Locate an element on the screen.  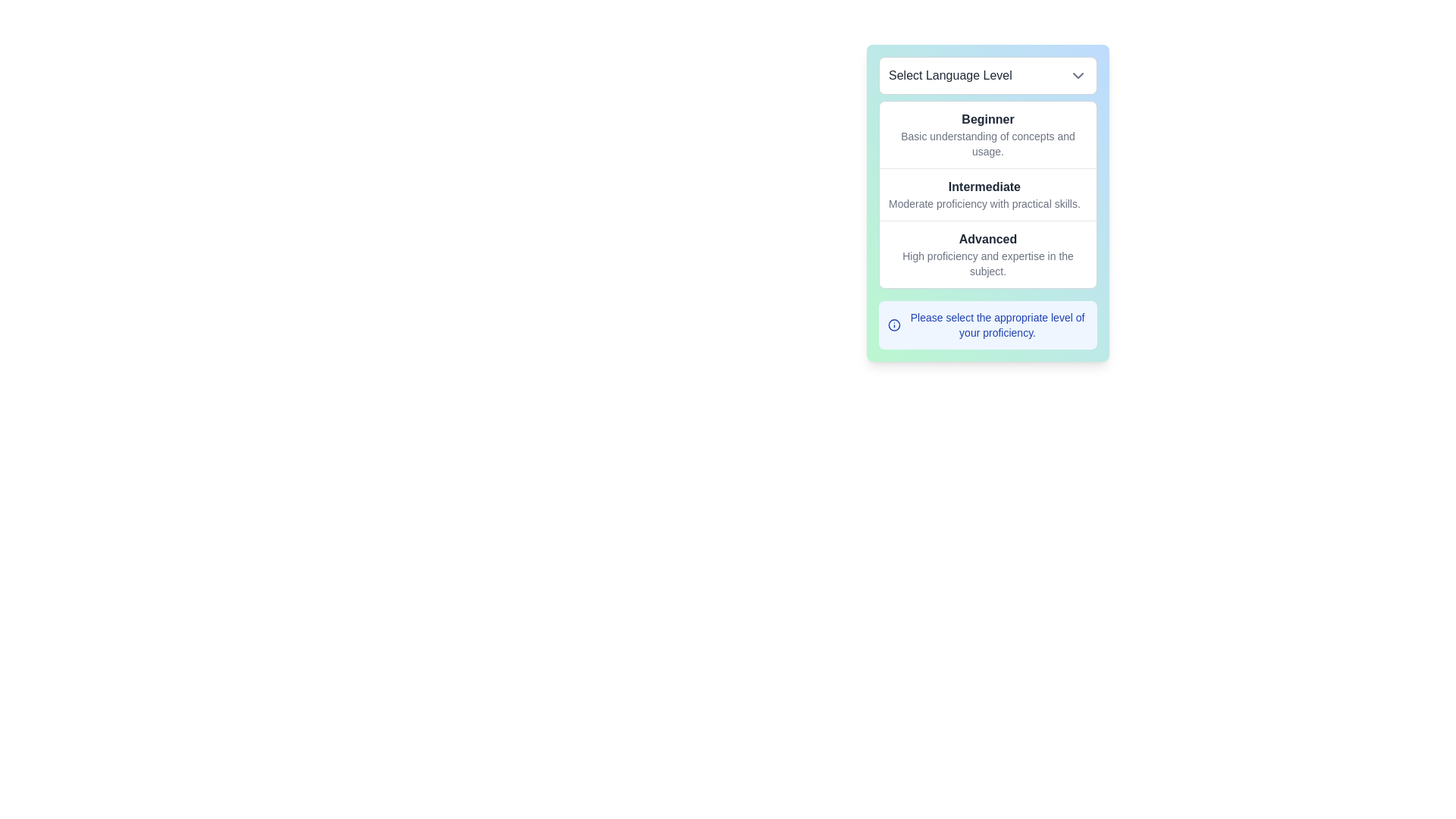
the Dropdown-trigger component at the top of the card-like structure is located at coordinates (987, 76).